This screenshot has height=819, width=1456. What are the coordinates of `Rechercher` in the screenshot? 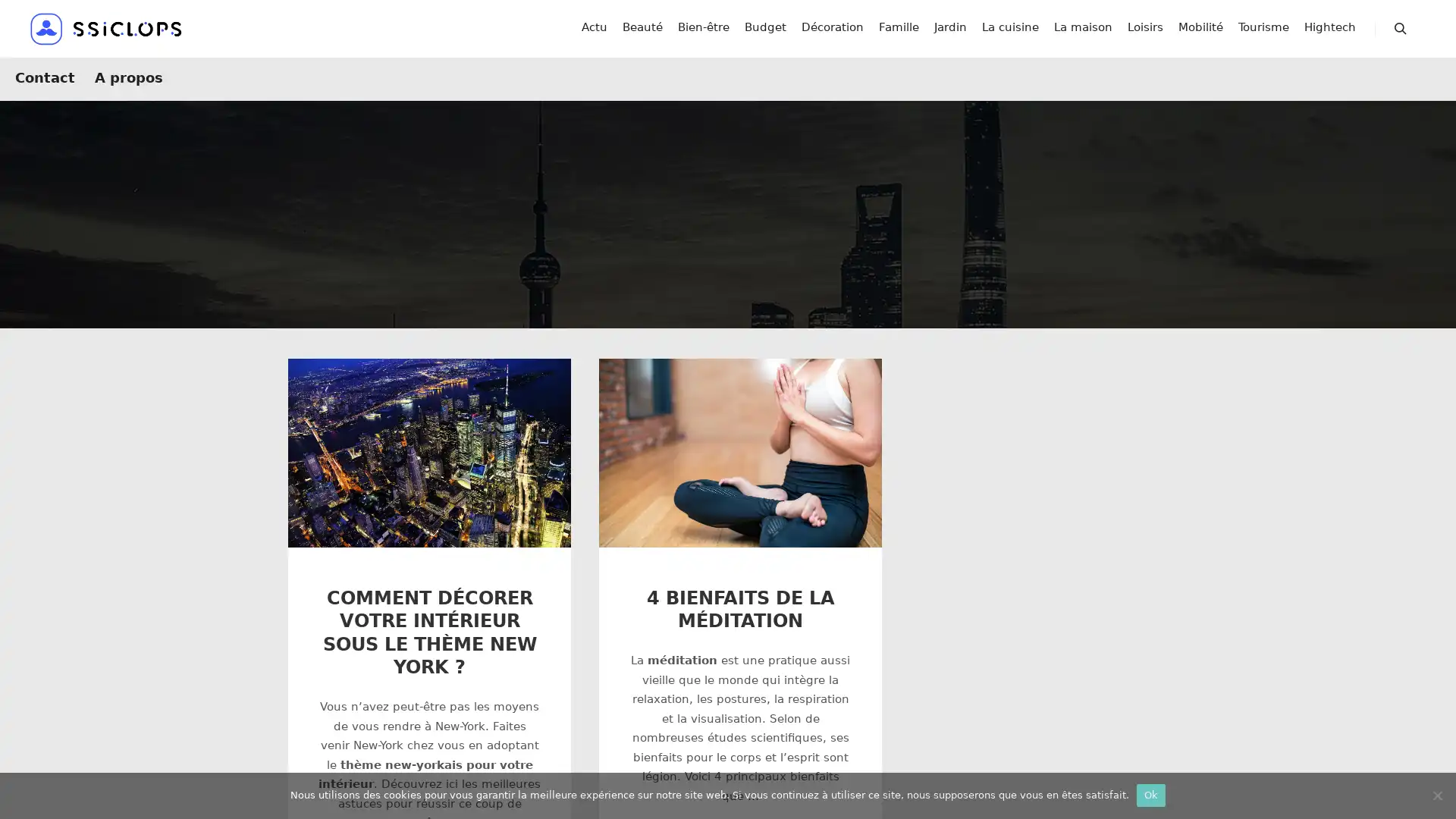 It's located at (1400, 34).